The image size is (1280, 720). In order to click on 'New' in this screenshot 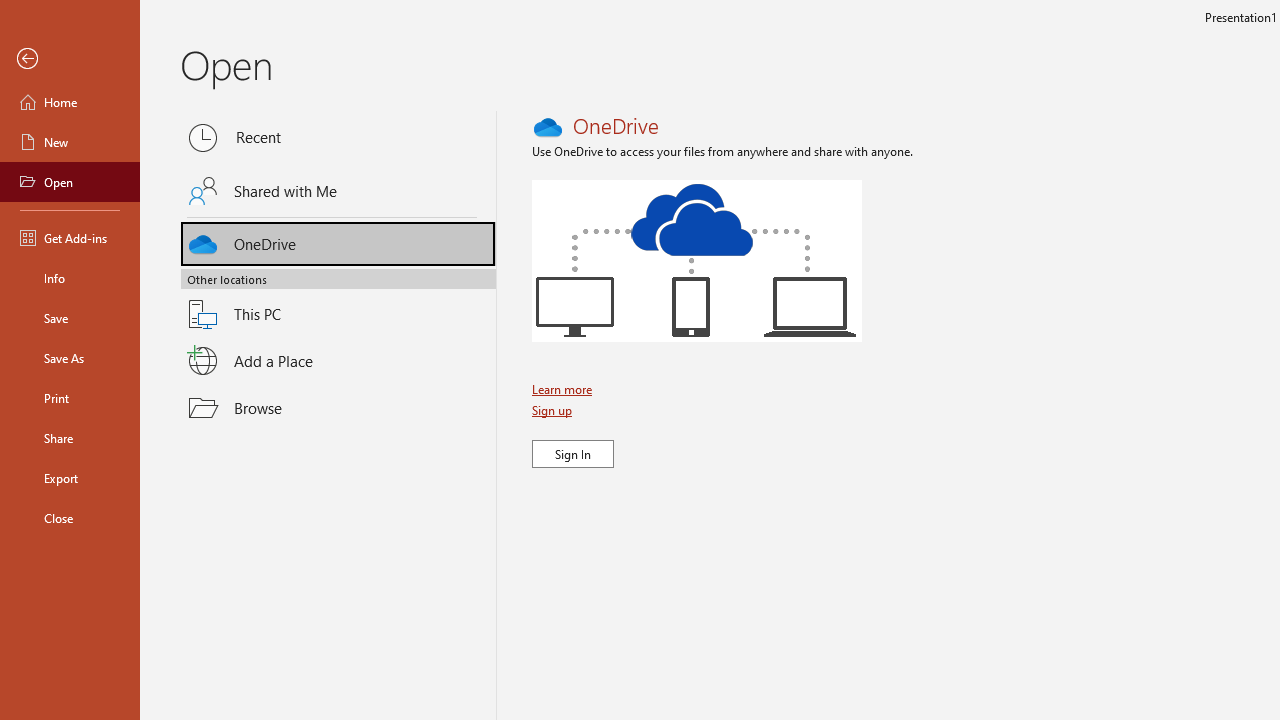, I will do `click(69, 140)`.